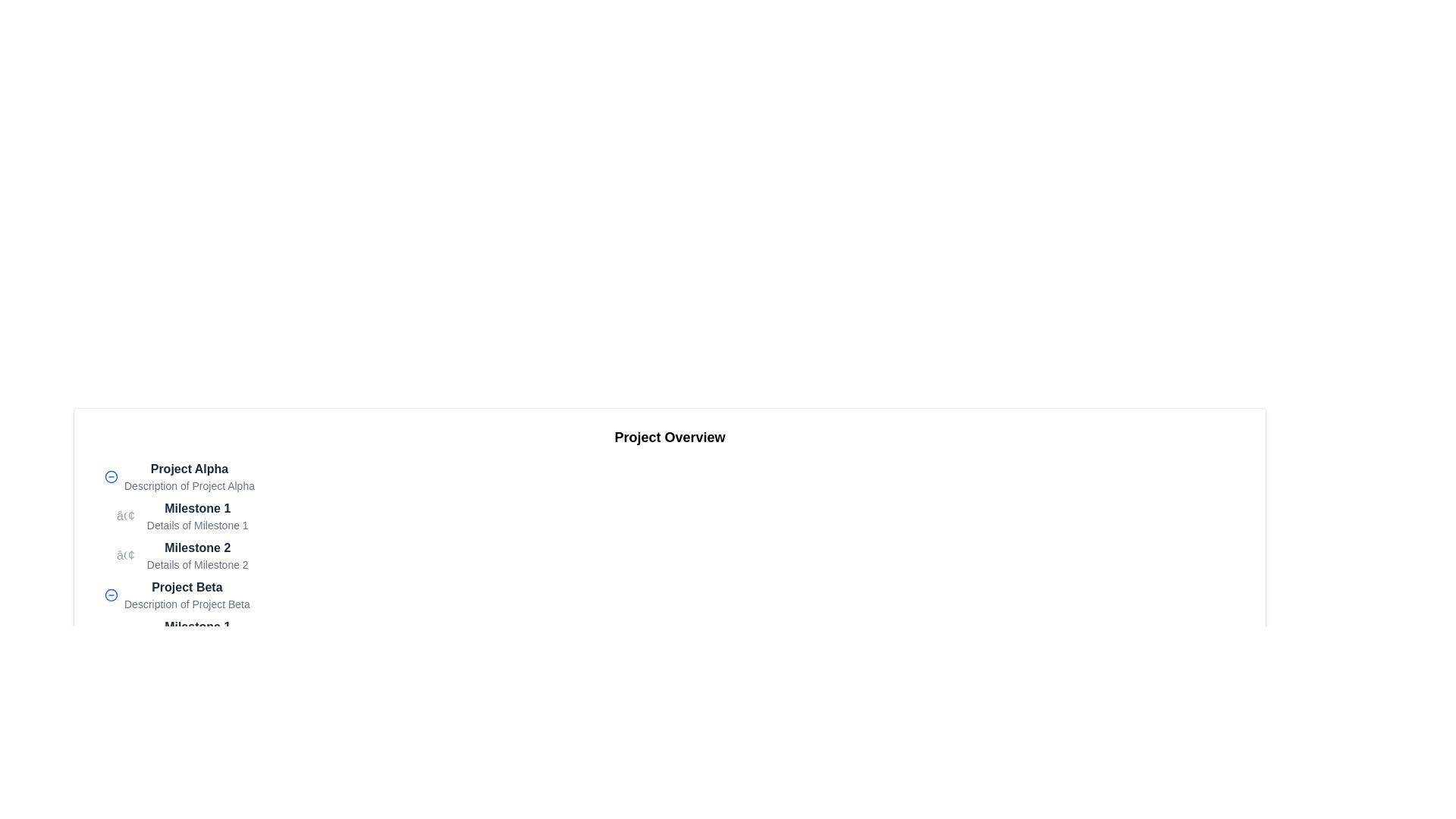 This screenshot has width=1456, height=819. What do you see at coordinates (125, 555) in the screenshot?
I see `the bullet symbol element that indicates 'Milestone 2', which is a gray-colored decorative bullet point positioned to the leftmost part of the row containing the milestone details` at bounding box center [125, 555].